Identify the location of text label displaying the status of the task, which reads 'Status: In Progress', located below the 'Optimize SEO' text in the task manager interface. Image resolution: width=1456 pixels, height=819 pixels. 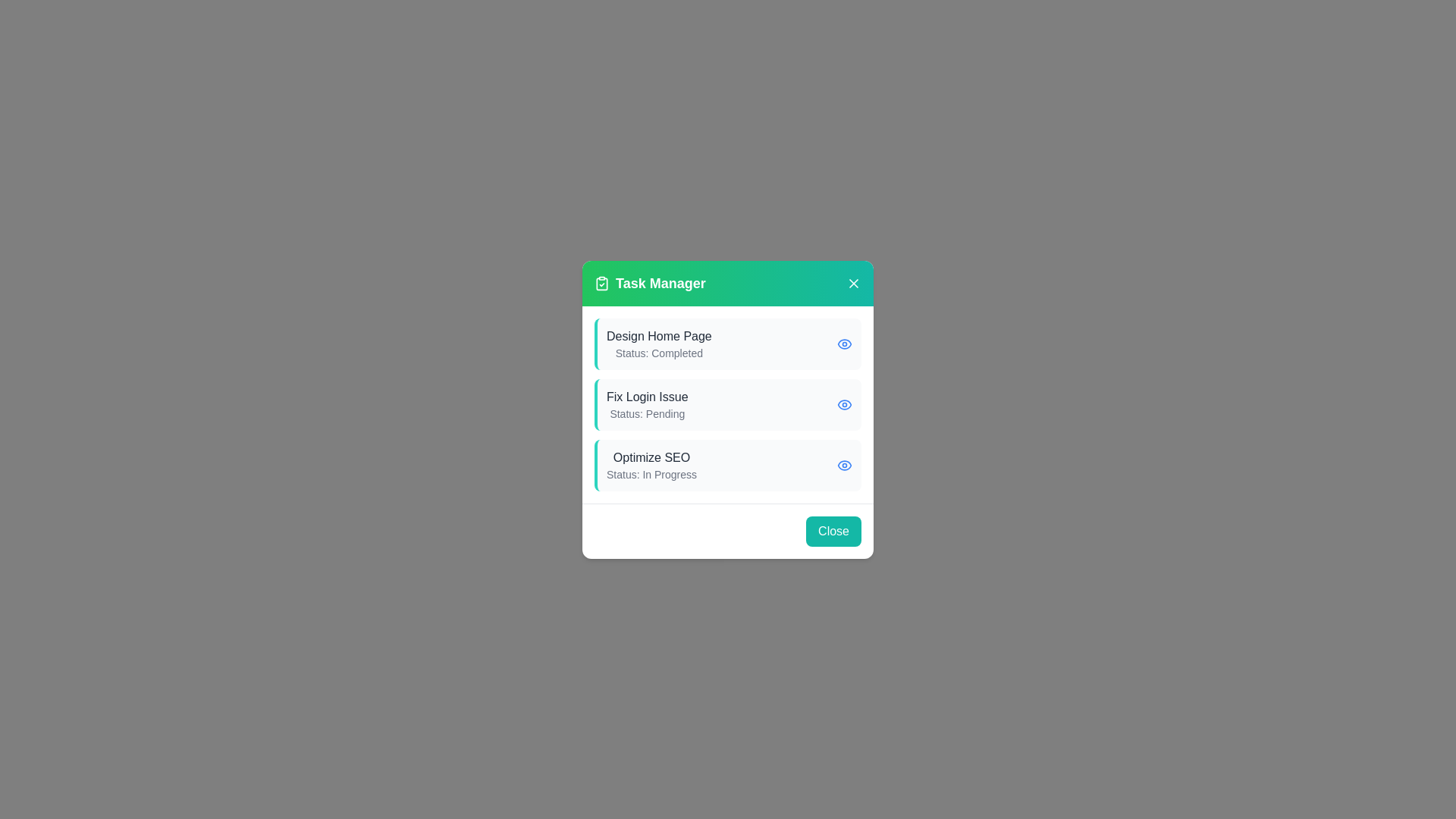
(651, 473).